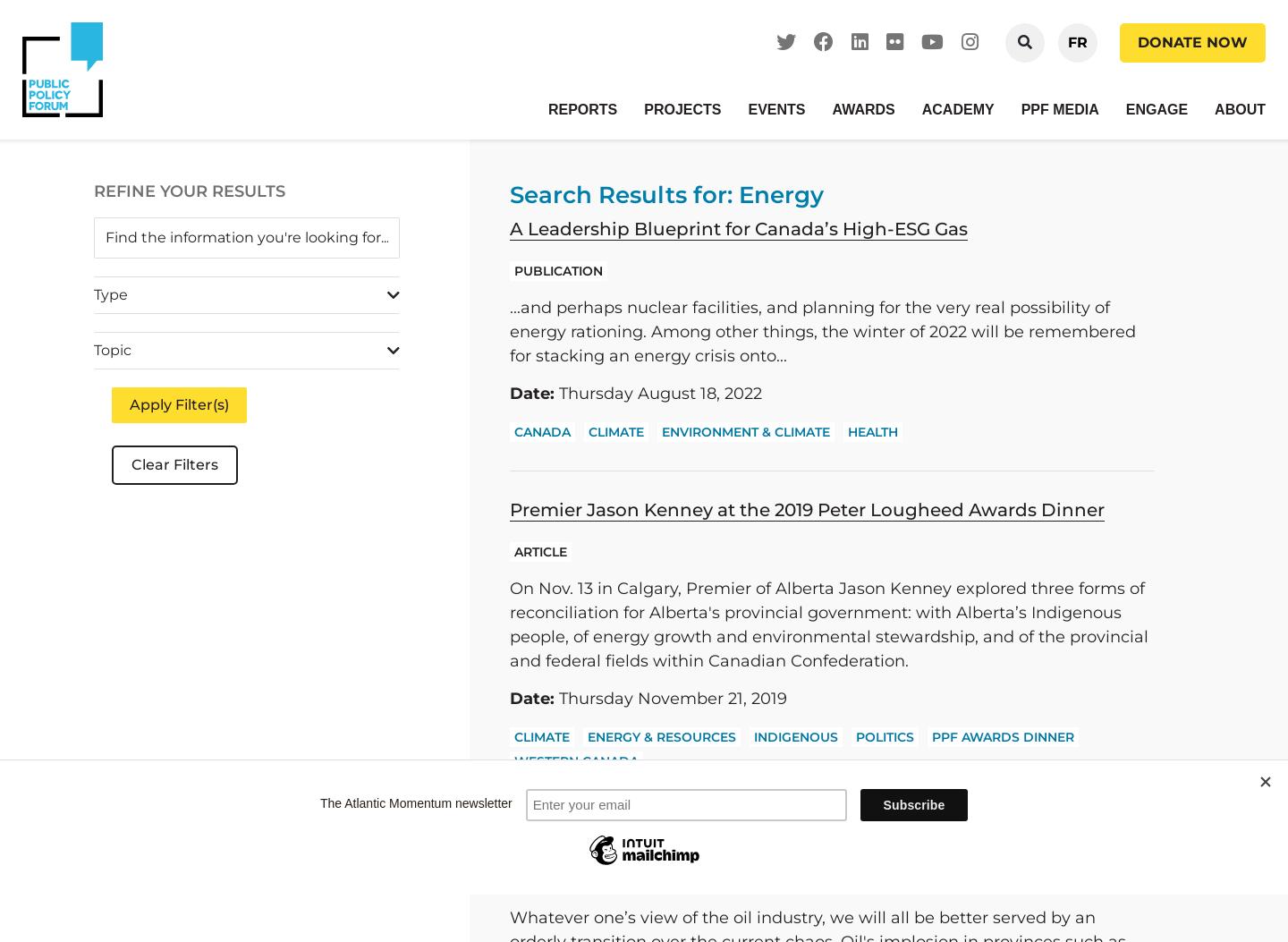 The image size is (1288, 942). Describe the element at coordinates (872, 432) in the screenshot. I see `'Health'` at that location.